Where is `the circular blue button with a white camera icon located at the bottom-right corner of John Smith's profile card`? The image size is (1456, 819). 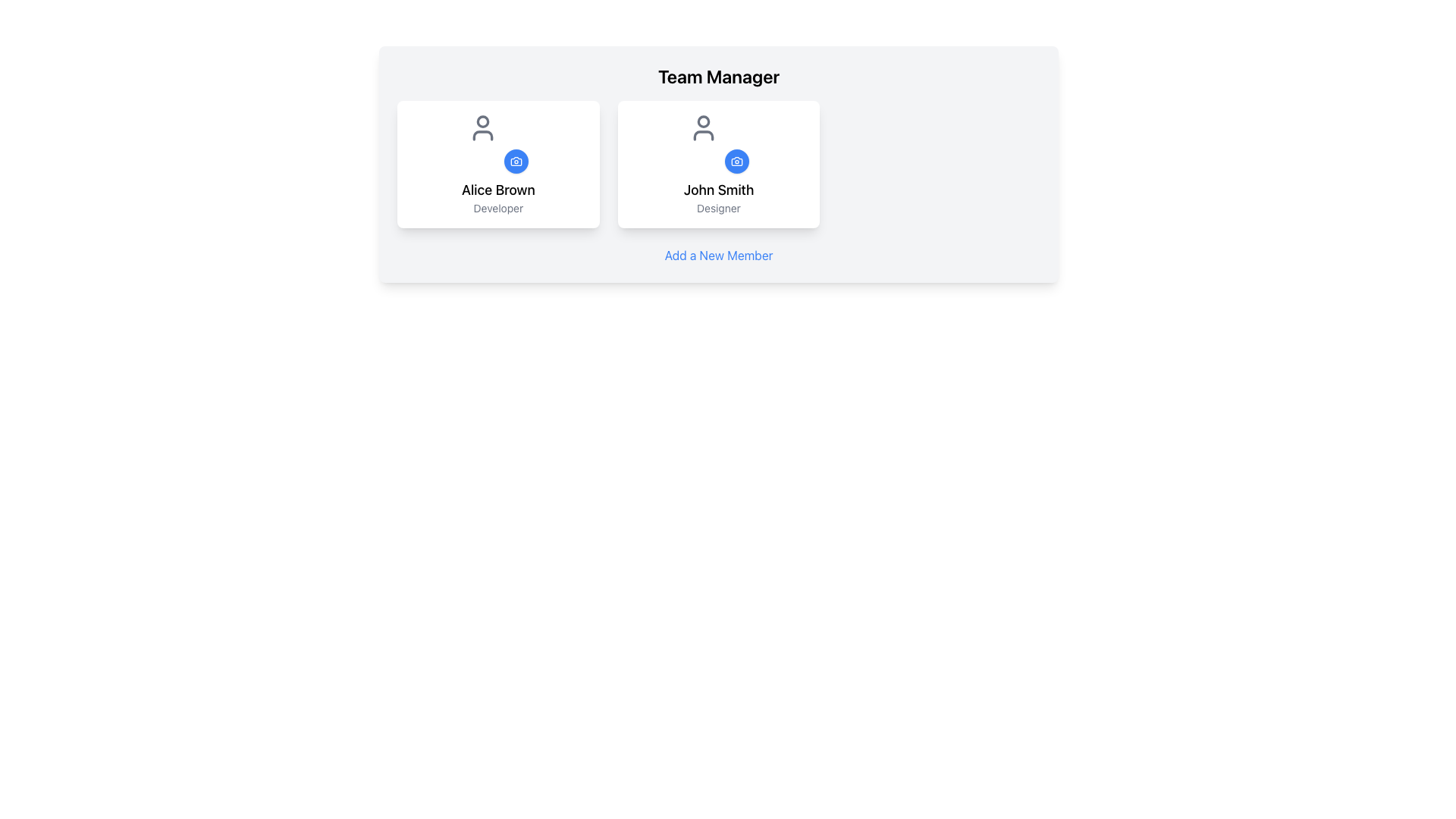 the circular blue button with a white camera icon located at the bottom-right corner of John Smith's profile card is located at coordinates (736, 161).